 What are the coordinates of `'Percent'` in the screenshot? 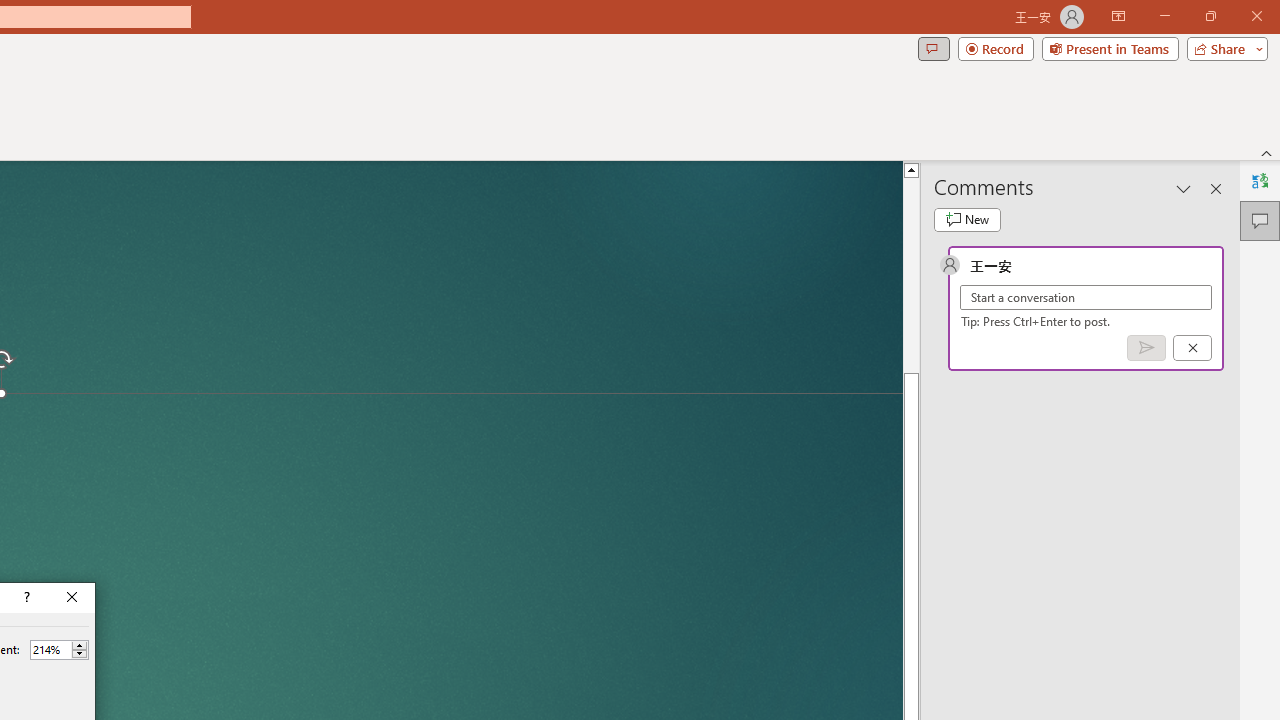 It's located at (59, 650).